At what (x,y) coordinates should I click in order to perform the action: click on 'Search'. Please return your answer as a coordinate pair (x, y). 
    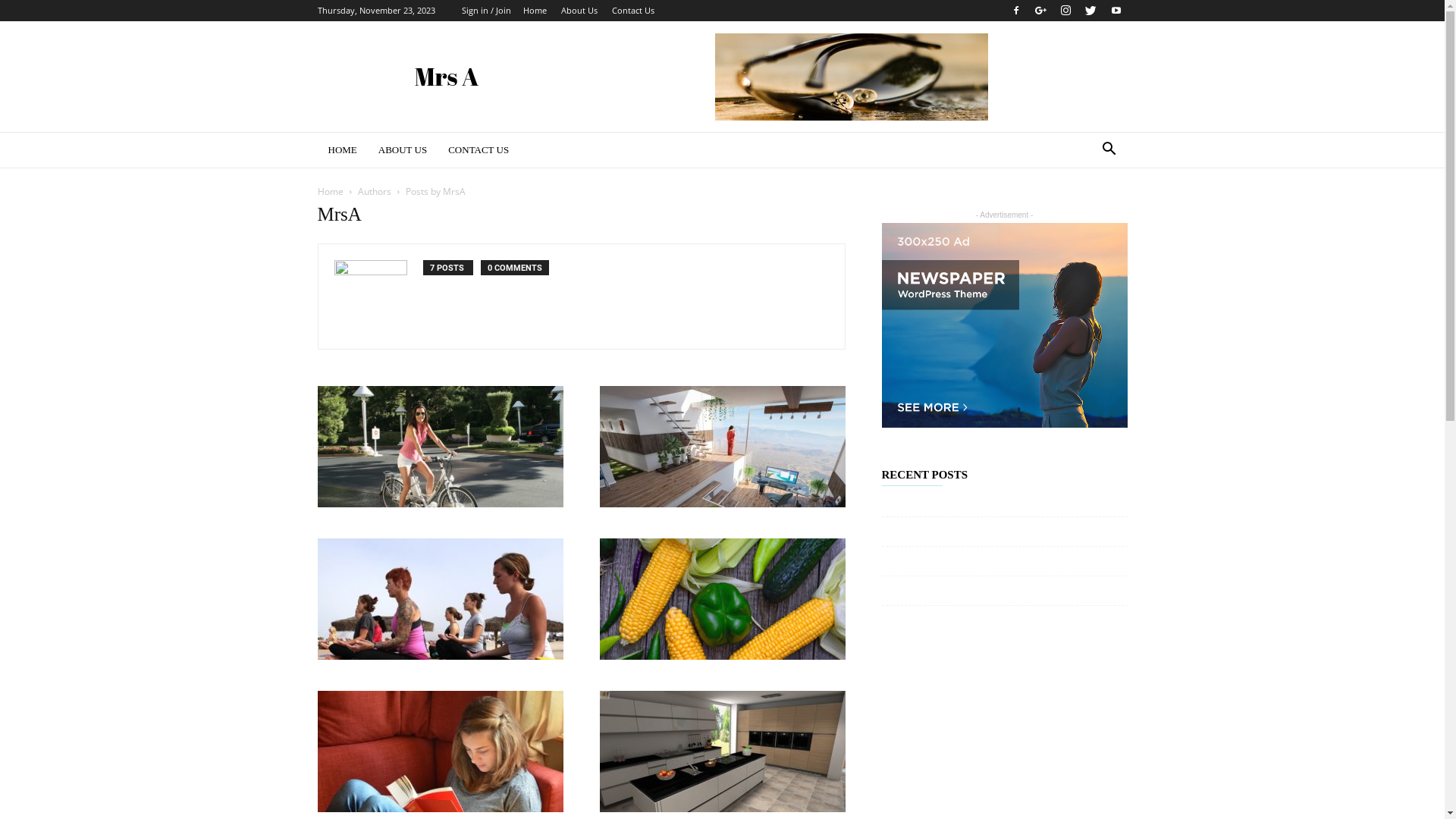
    Looking at the image, I should click on (1084, 210).